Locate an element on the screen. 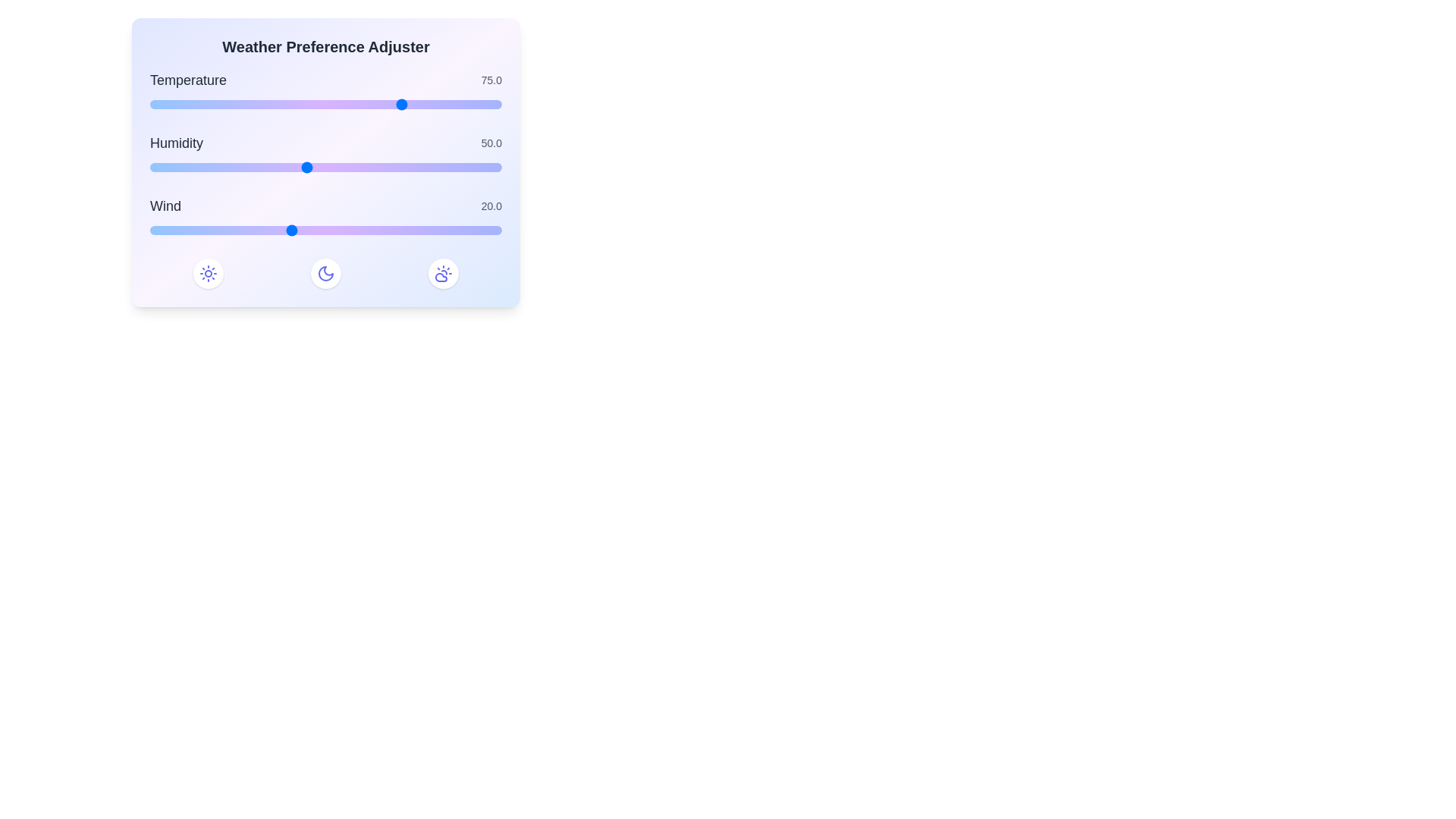  the circular button with a cloud and sunlight icon is located at coordinates (442, 274).